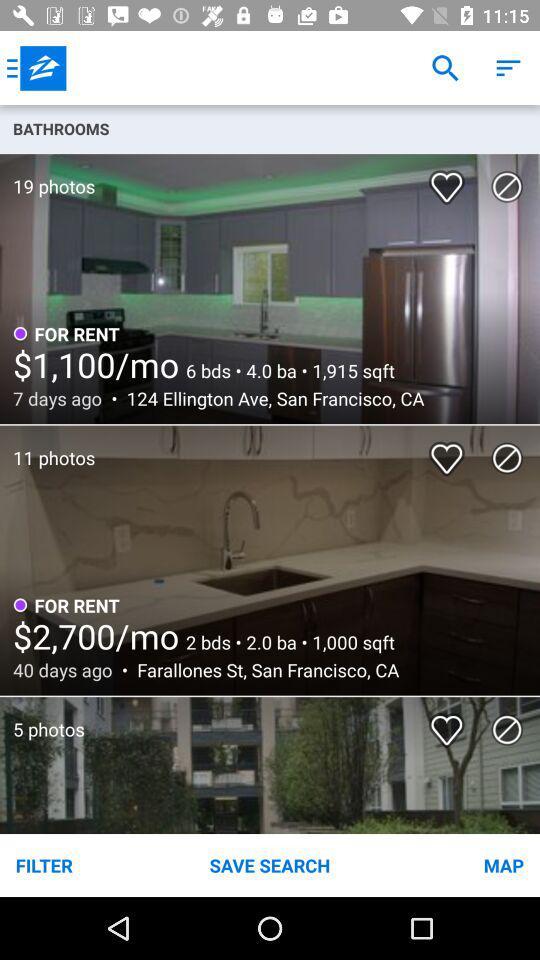  What do you see at coordinates (270, 397) in the screenshot?
I see `the 124 ellington ave` at bounding box center [270, 397].